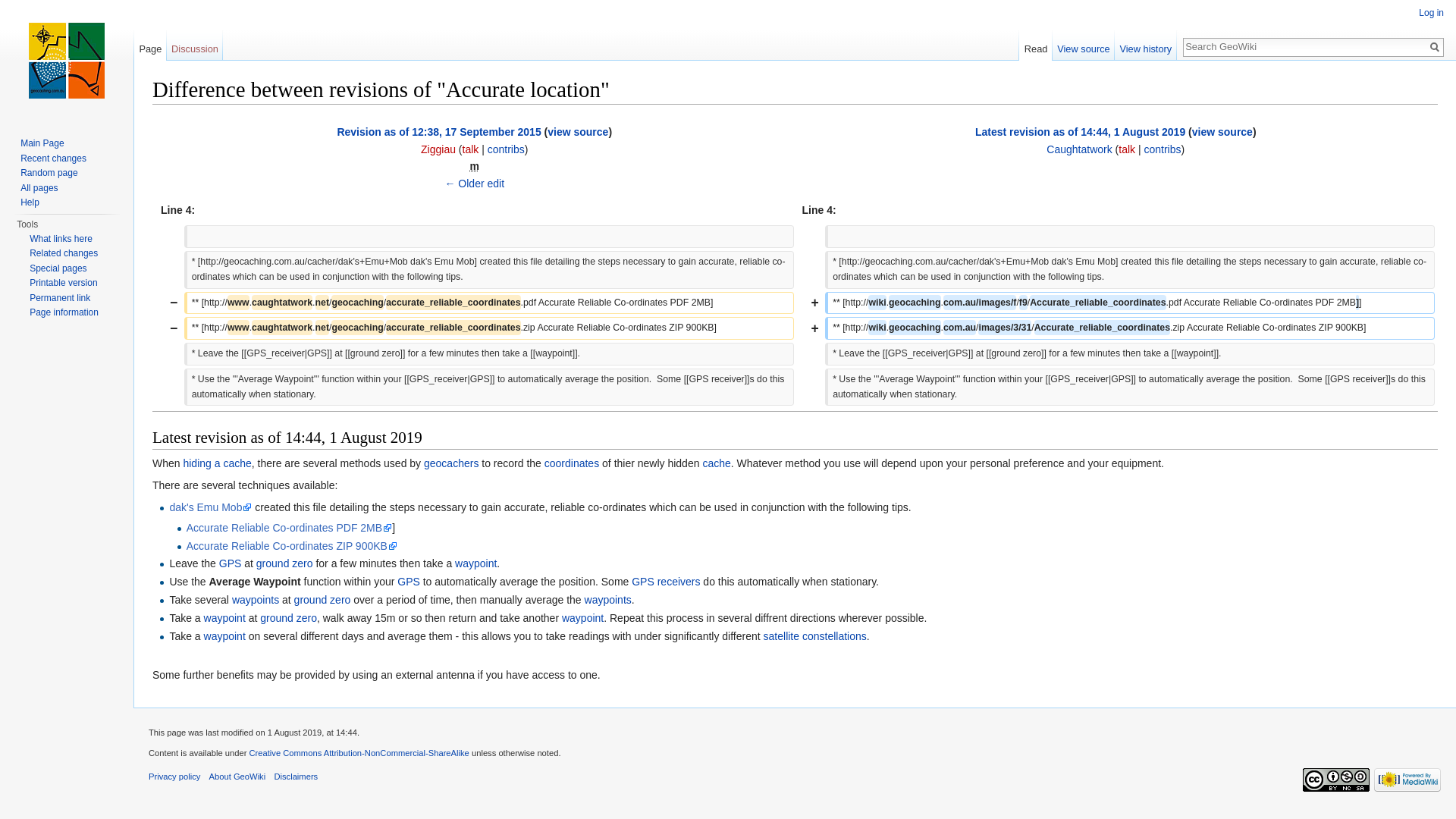 The image size is (1456, 819). I want to click on 'Random page', so click(49, 171).